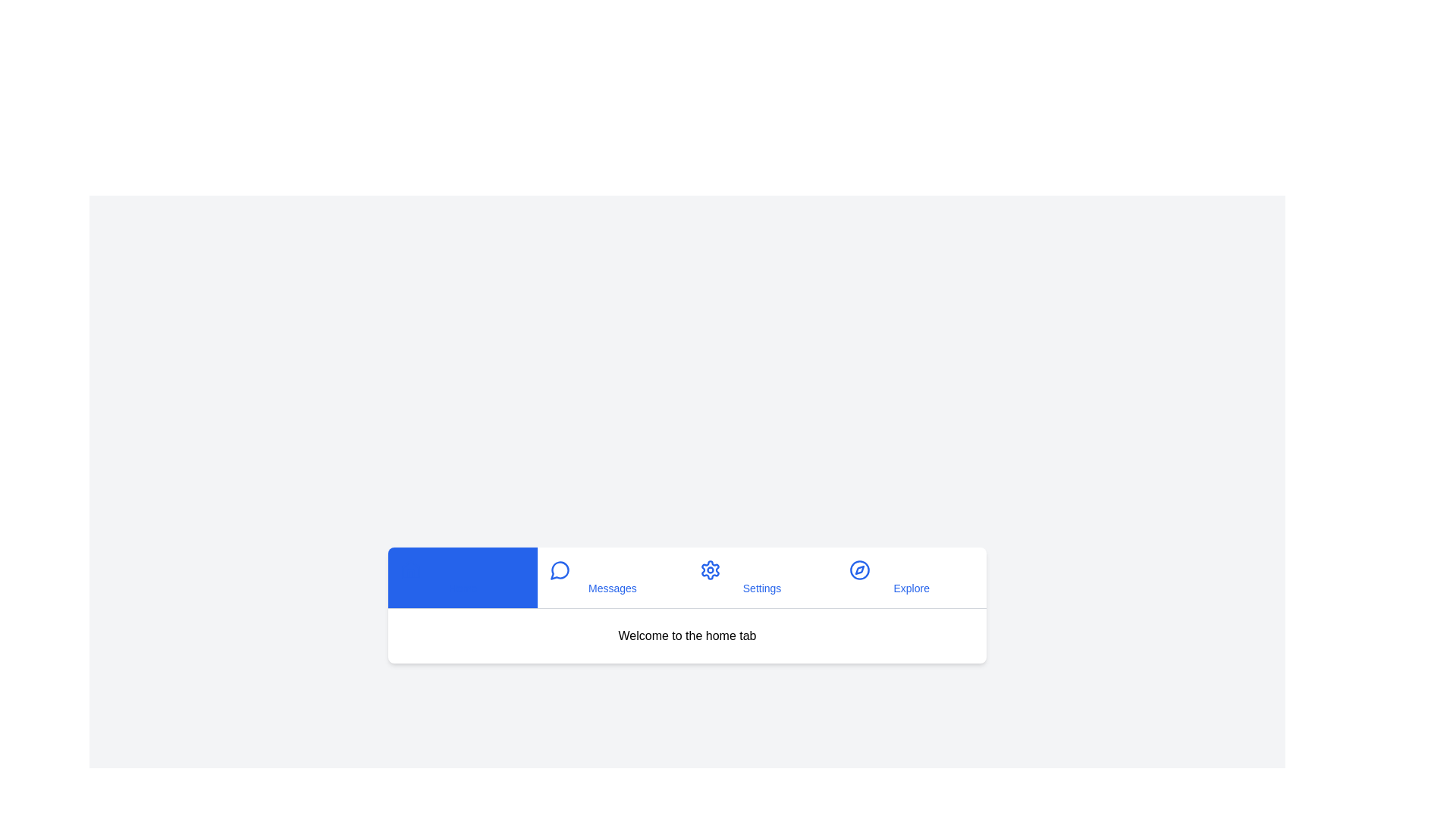 This screenshot has width=1456, height=819. What do you see at coordinates (612, 577) in the screenshot?
I see `the tab labeled Messages by clicking its button` at bounding box center [612, 577].